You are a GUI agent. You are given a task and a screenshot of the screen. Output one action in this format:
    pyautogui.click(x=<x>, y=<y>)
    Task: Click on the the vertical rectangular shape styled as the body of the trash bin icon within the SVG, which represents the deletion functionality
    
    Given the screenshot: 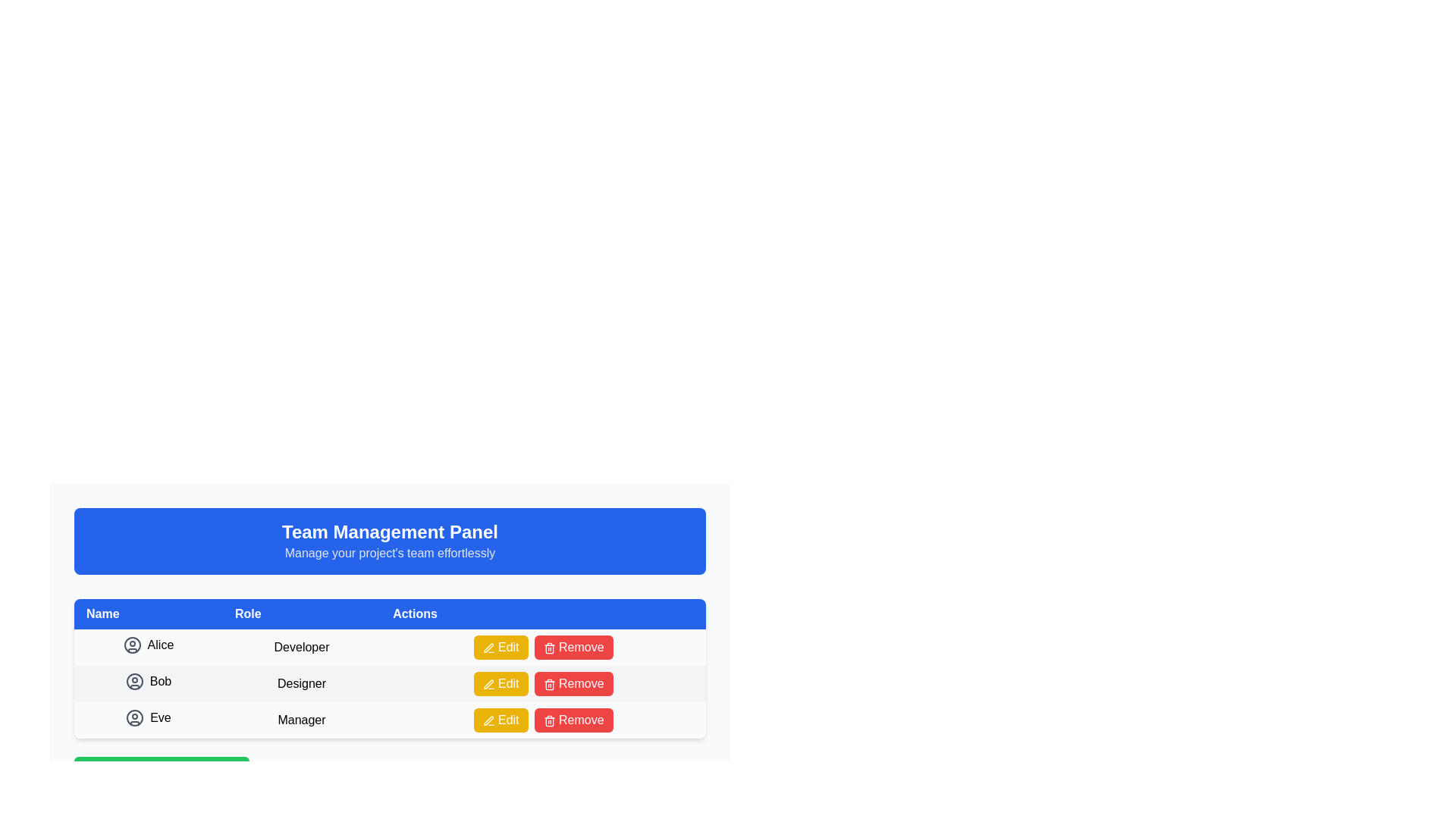 What is the action you would take?
    pyautogui.click(x=548, y=648)
    